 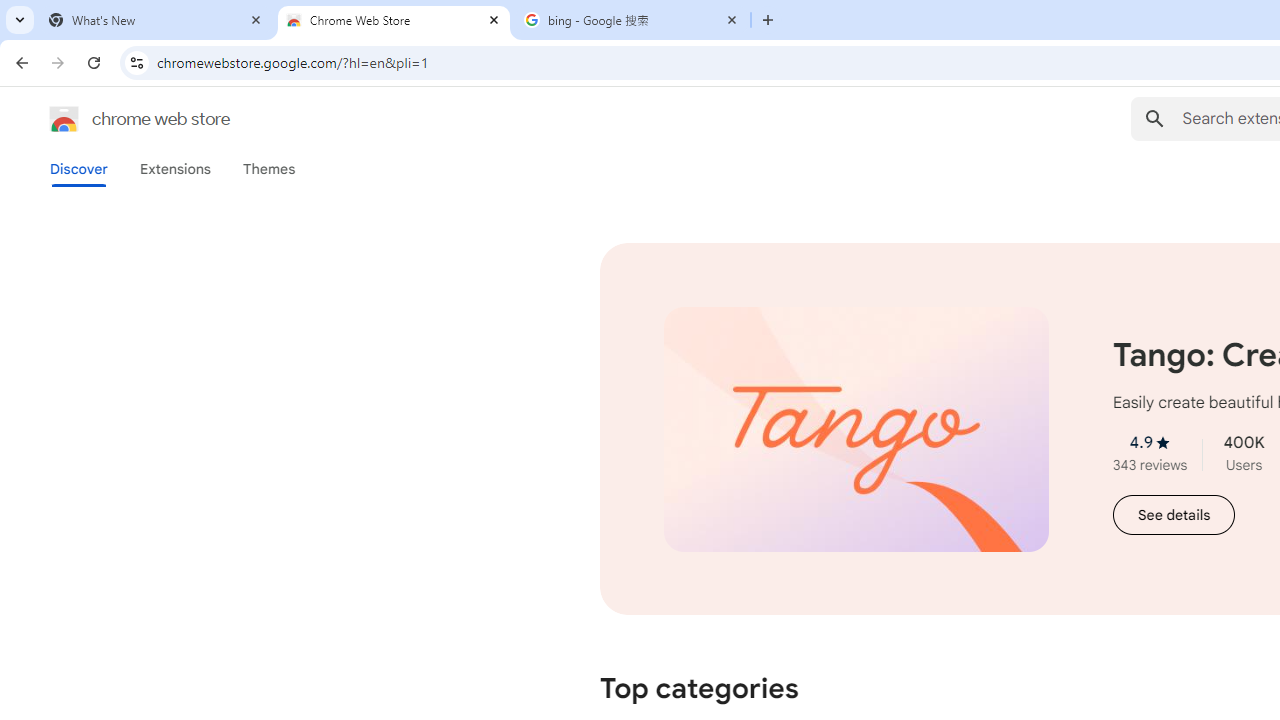 What do you see at coordinates (155, 20) in the screenshot?
I see `'What'` at bounding box center [155, 20].